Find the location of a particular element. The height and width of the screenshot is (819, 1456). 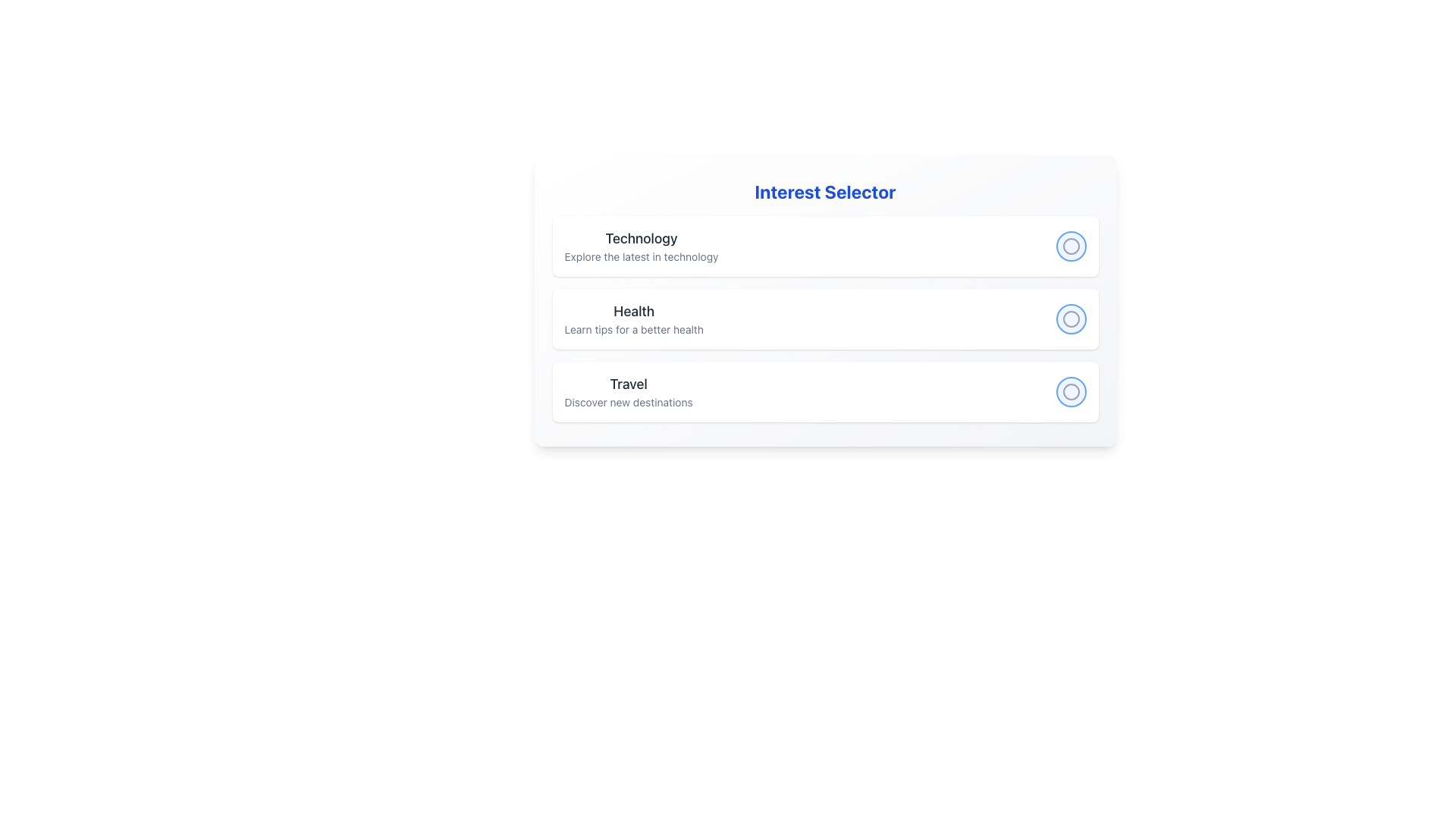

the 'Travel' text label, which is styled in bold dark gray and positioned at the top of its group within the interface for selecting interests is located at coordinates (629, 383).